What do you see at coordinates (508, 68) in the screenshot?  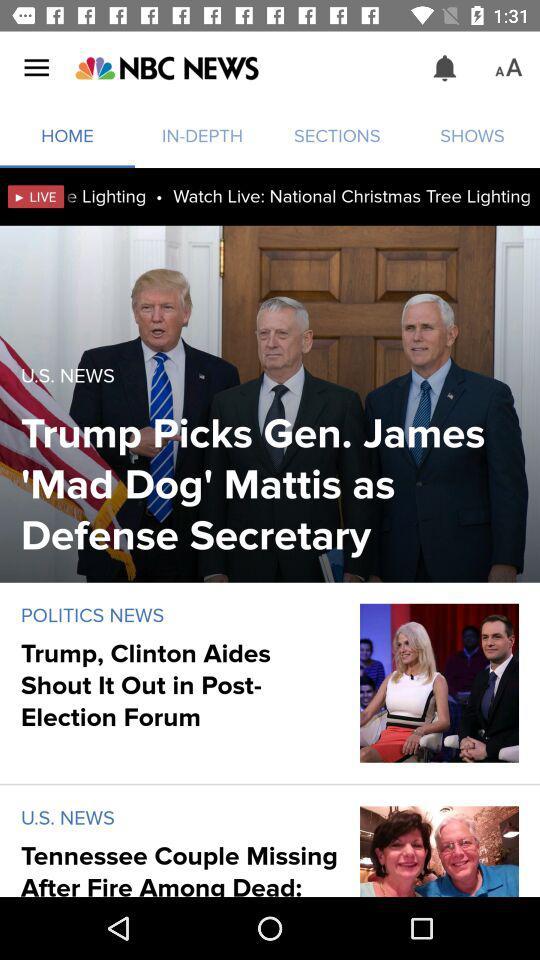 I see `the font icon` at bounding box center [508, 68].